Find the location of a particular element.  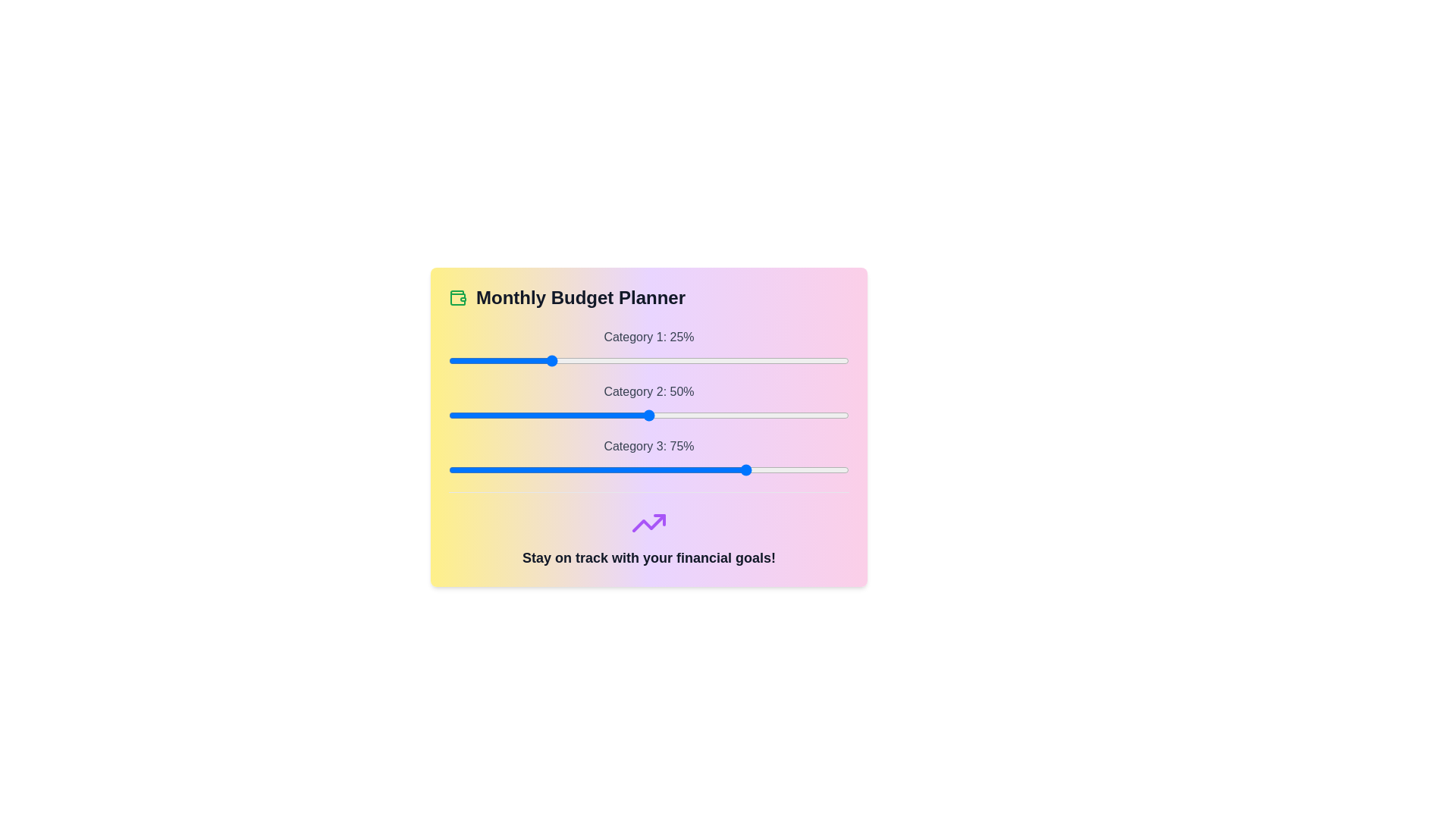

the slider for Category 2 to 47% is located at coordinates (637, 415).